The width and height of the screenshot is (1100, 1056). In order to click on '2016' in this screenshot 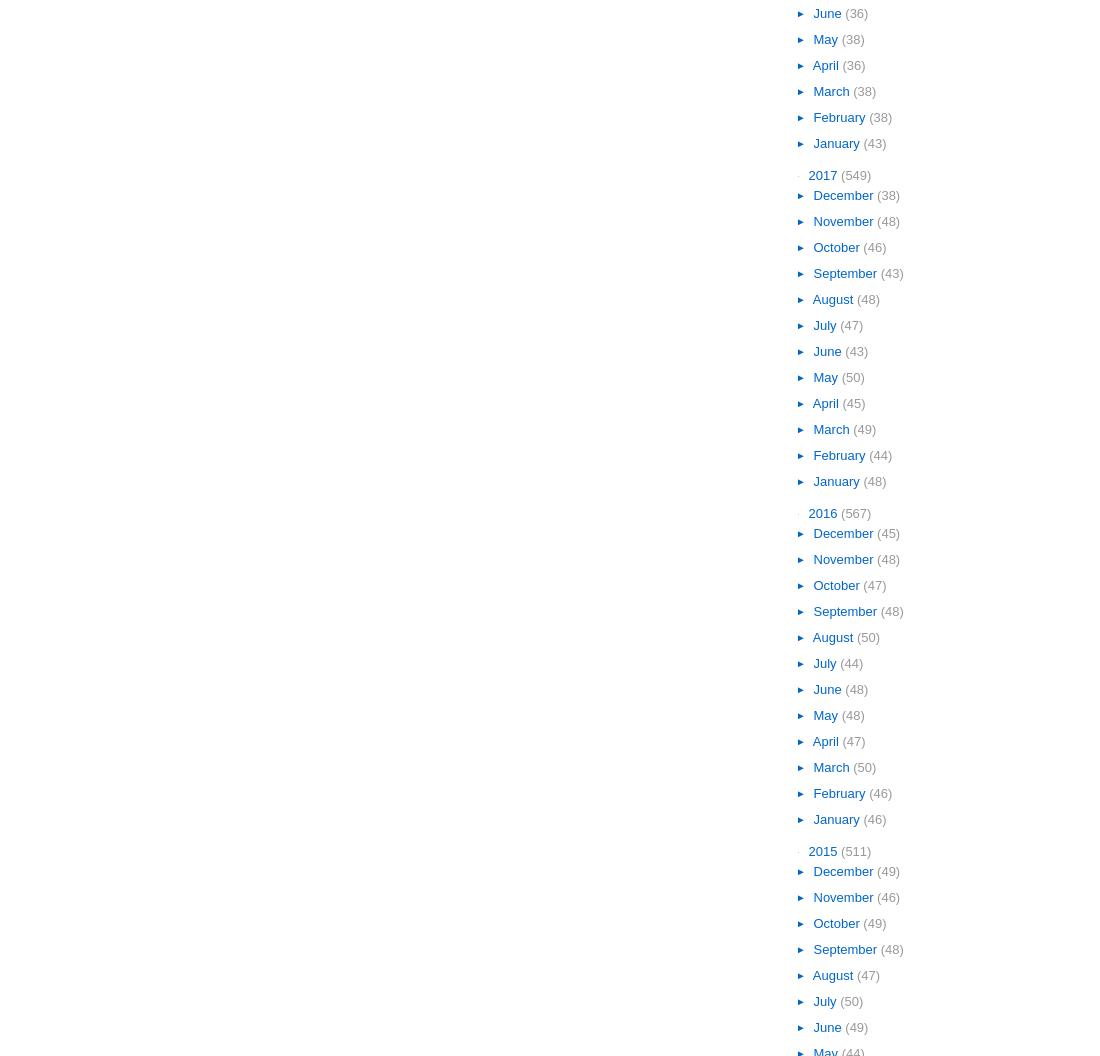, I will do `click(824, 512)`.